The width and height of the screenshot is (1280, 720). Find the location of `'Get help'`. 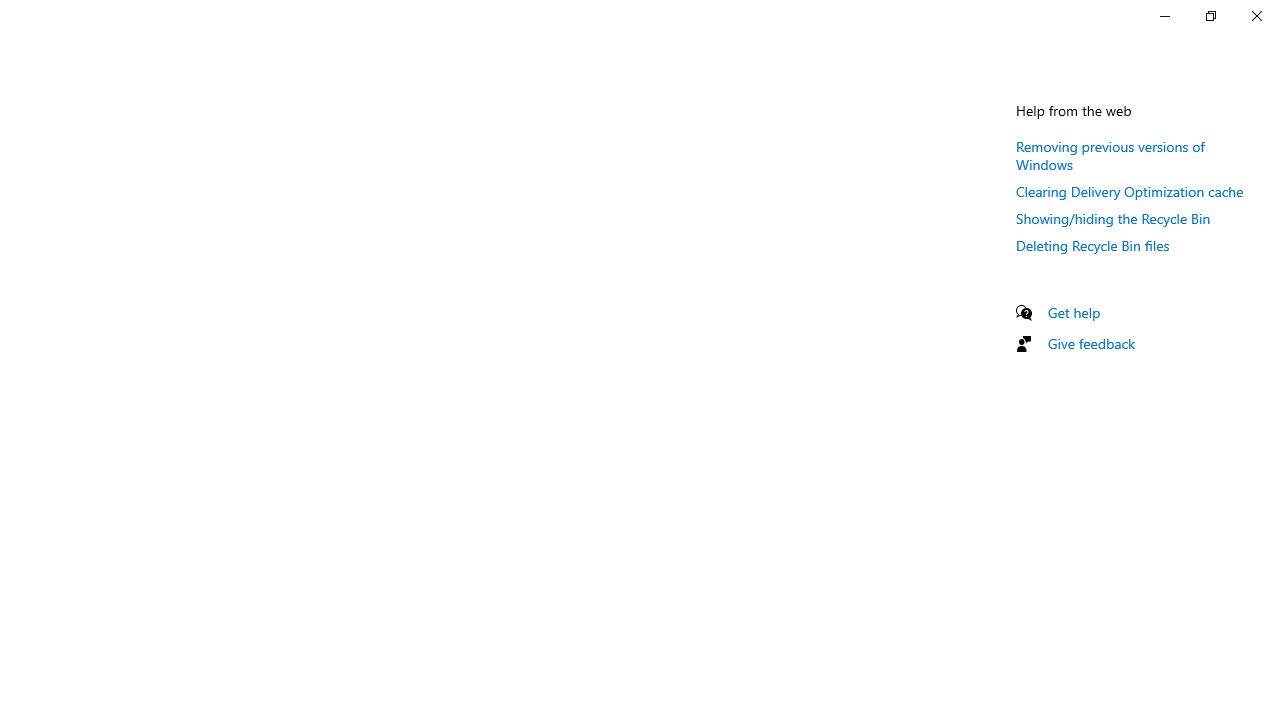

'Get help' is located at coordinates (1073, 312).